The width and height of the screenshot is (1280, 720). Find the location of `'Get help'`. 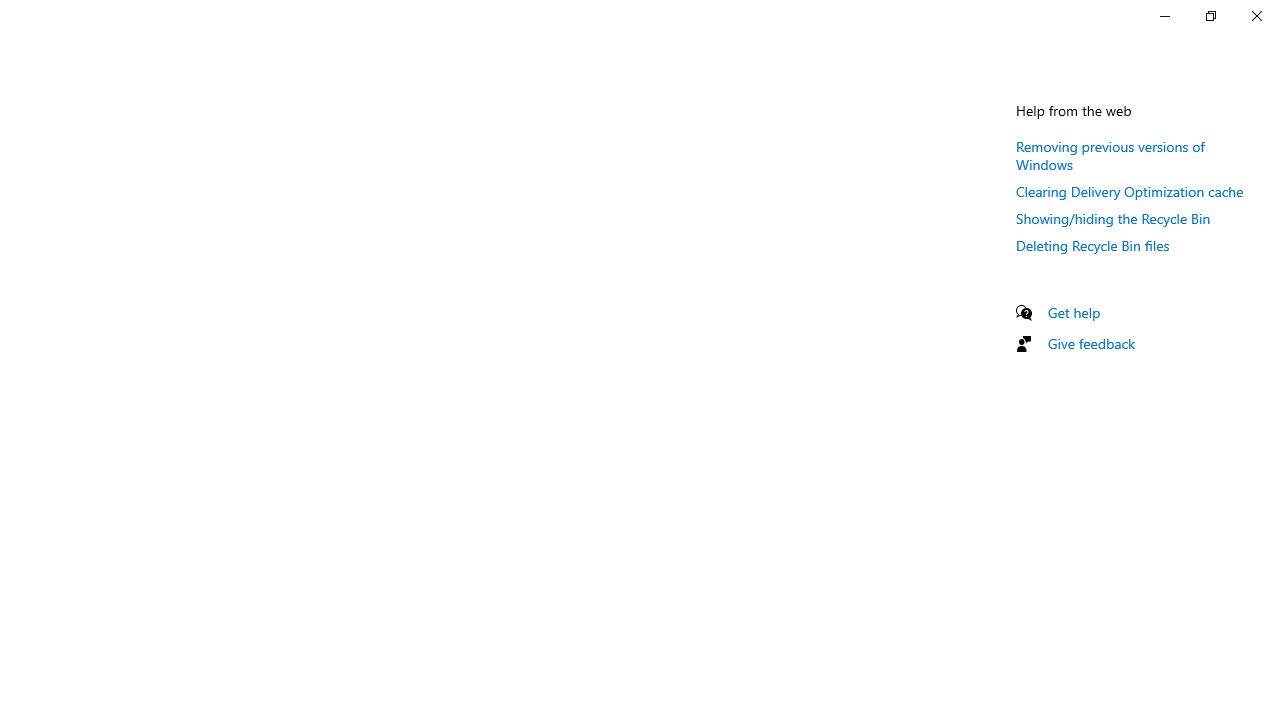

'Get help' is located at coordinates (1073, 312).